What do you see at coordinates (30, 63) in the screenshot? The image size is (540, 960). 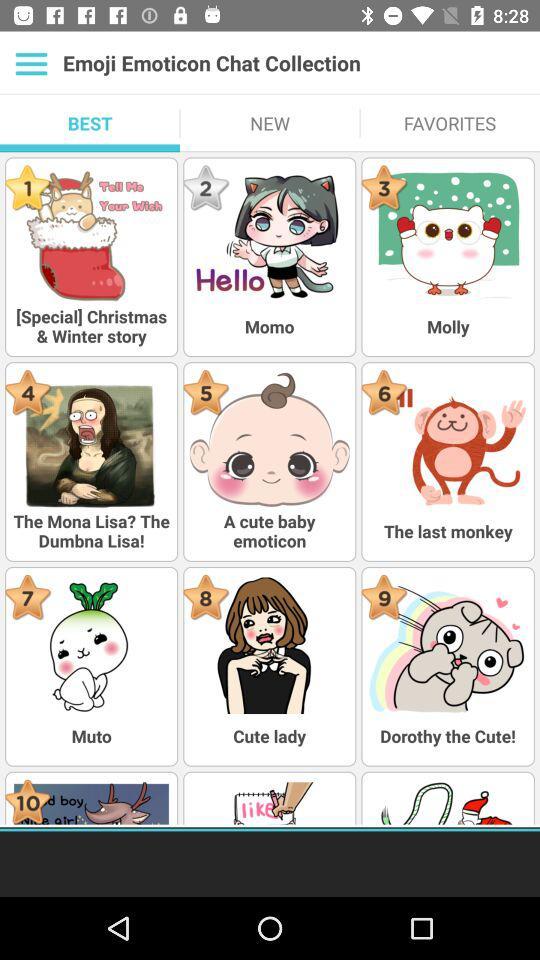 I see `click menu` at bounding box center [30, 63].